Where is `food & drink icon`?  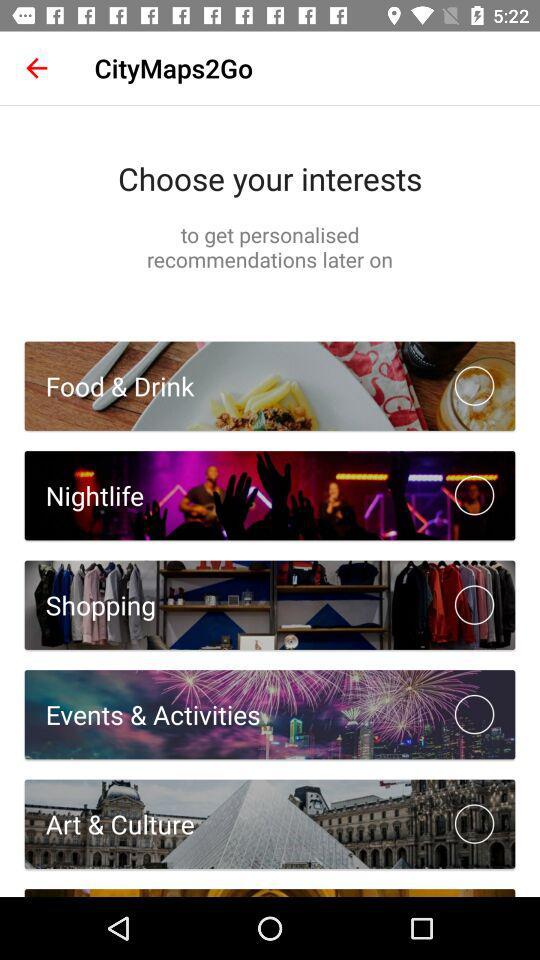
food & drink icon is located at coordinates (109, 385).